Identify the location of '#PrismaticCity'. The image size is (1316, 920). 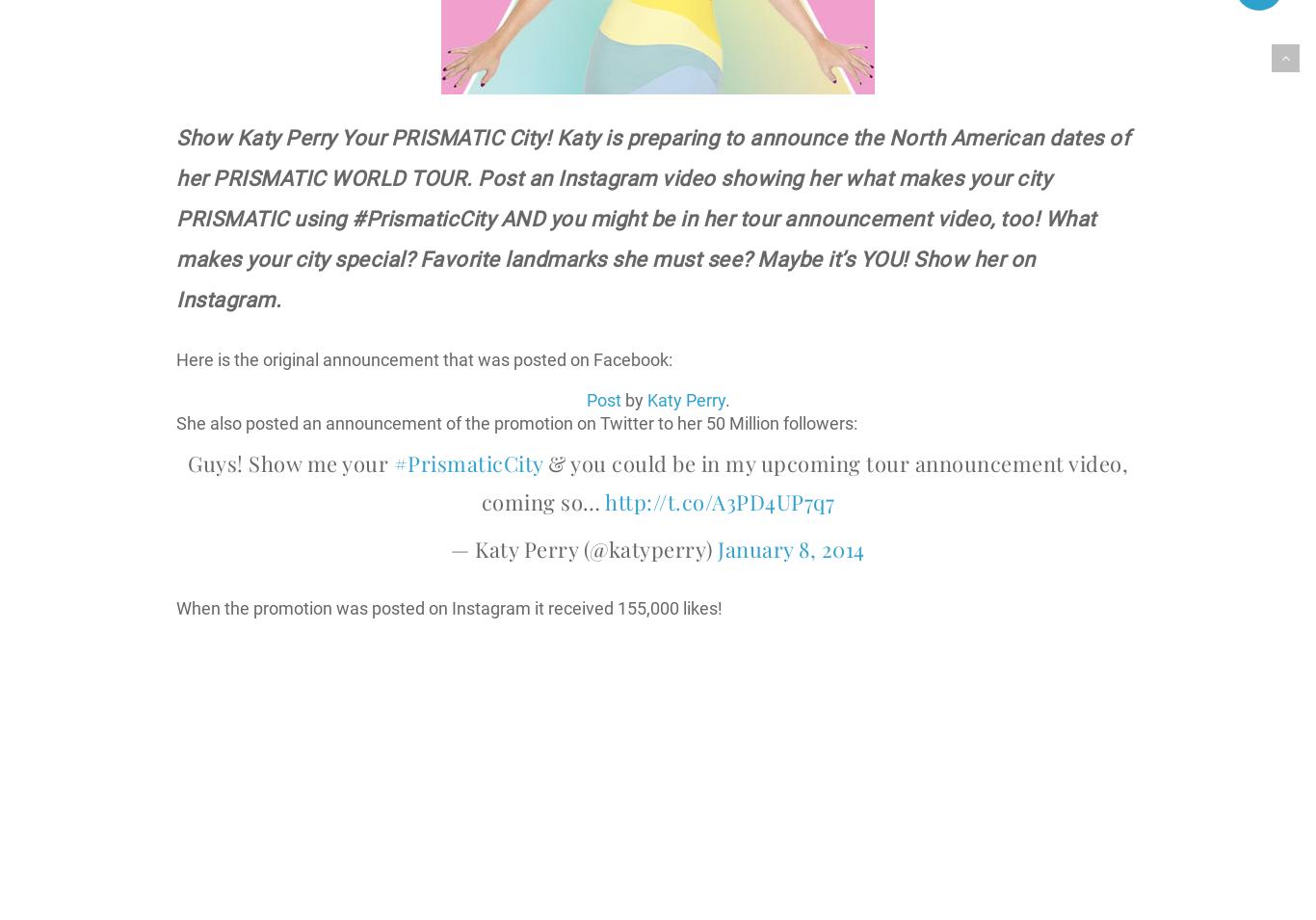
(467, 463).